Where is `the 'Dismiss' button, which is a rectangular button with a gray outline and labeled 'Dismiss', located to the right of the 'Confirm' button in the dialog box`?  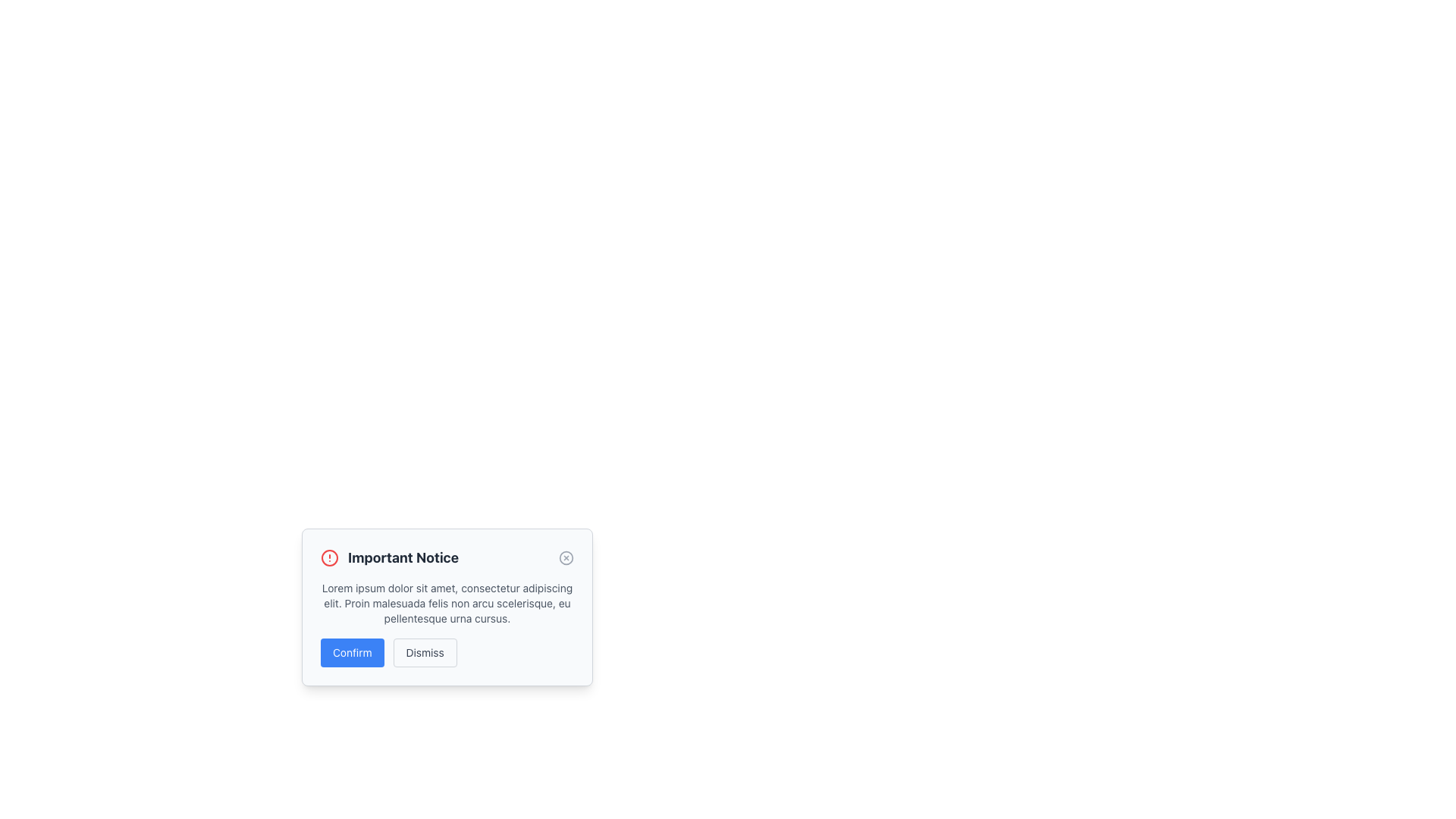
the 'Dismiss' button, which is a rectangular button with a gray outline and labeled 'Dismiss', located to the right of the 'Confirm' button in the dialog box is located at coordinates (425, 651).